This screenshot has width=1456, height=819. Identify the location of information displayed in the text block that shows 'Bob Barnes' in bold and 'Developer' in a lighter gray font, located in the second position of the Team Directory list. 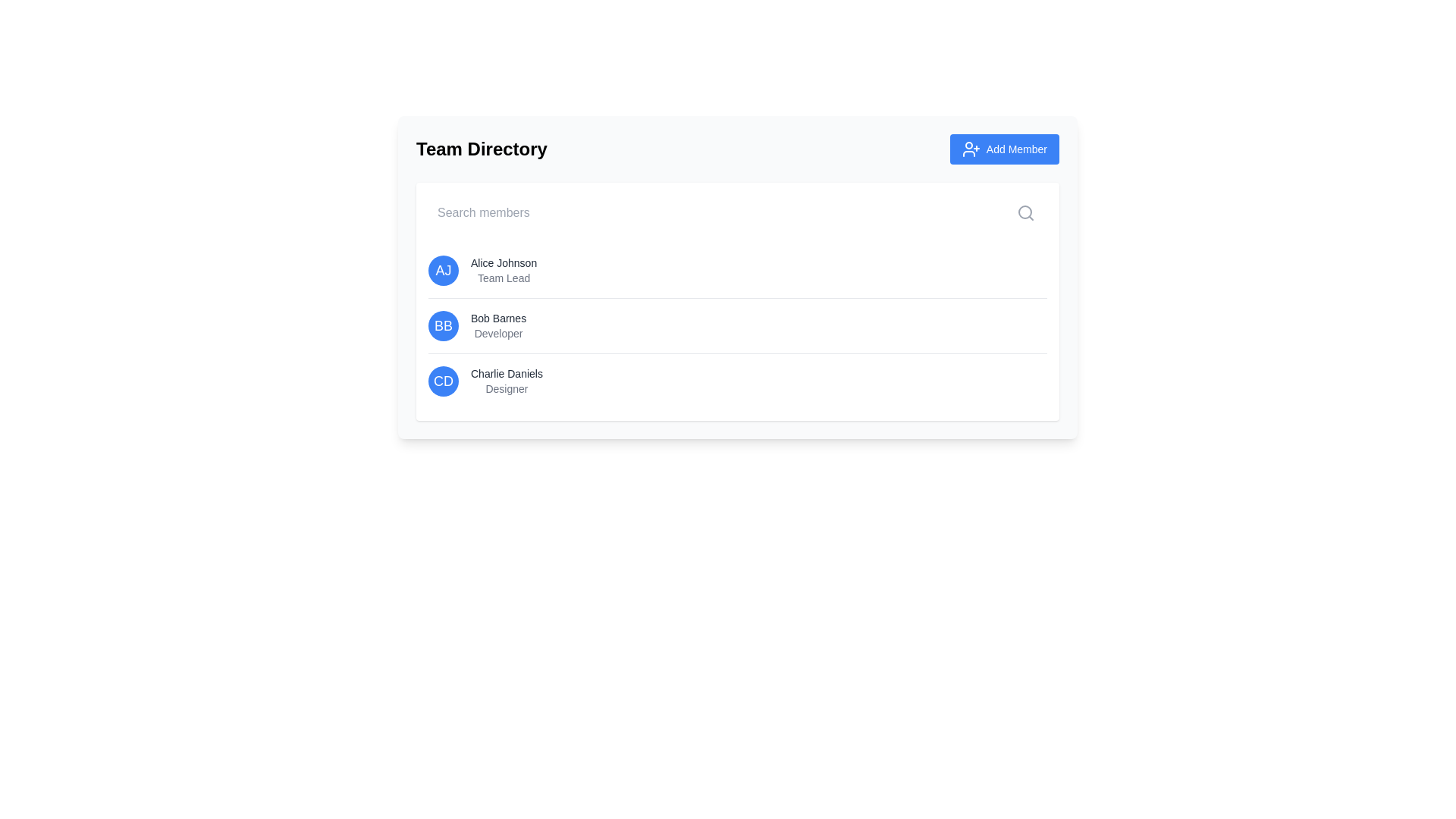
(498, 325).